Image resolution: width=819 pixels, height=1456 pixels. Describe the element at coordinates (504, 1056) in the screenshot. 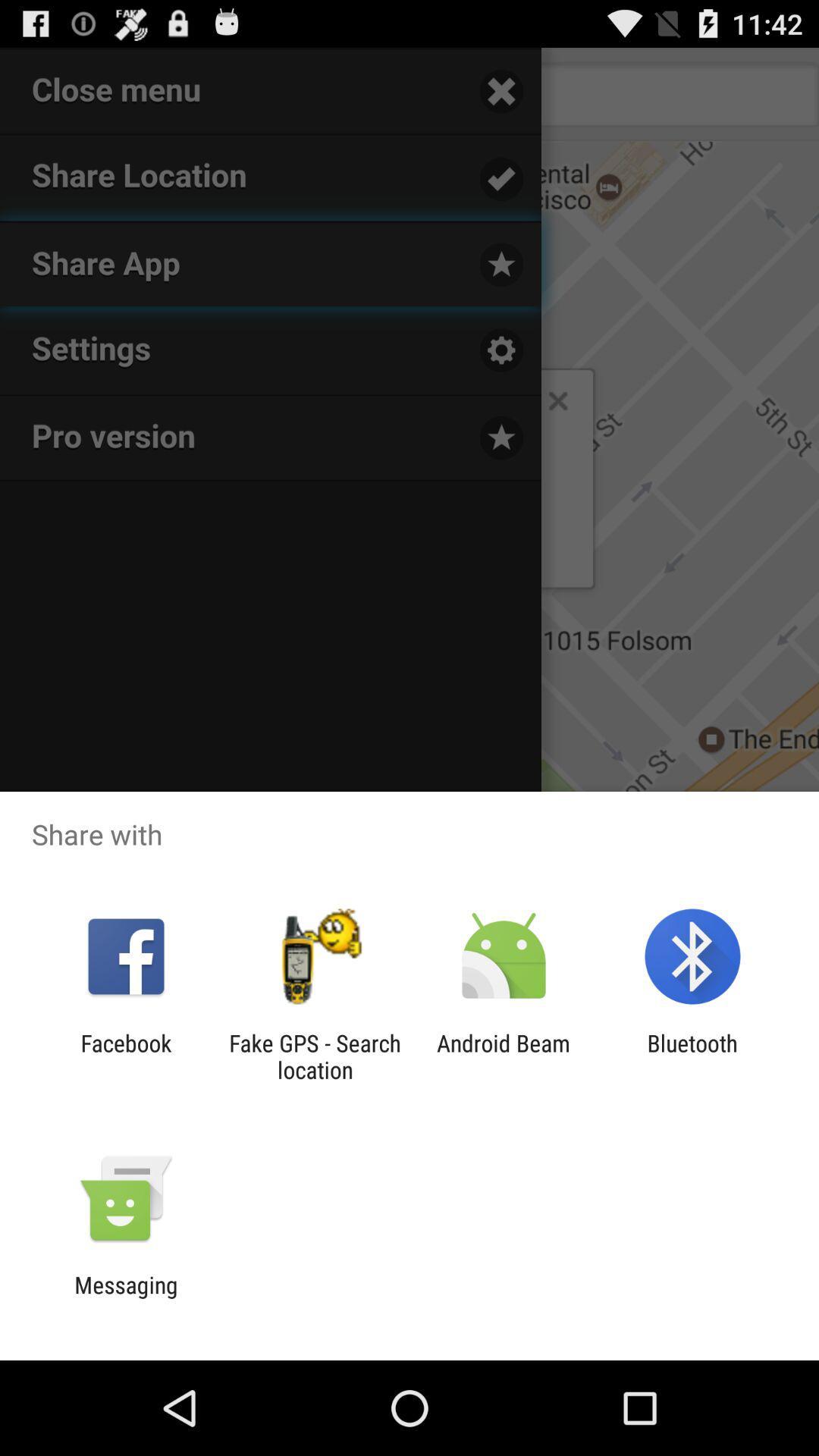

I see `item next to the bluetooth` at that location.